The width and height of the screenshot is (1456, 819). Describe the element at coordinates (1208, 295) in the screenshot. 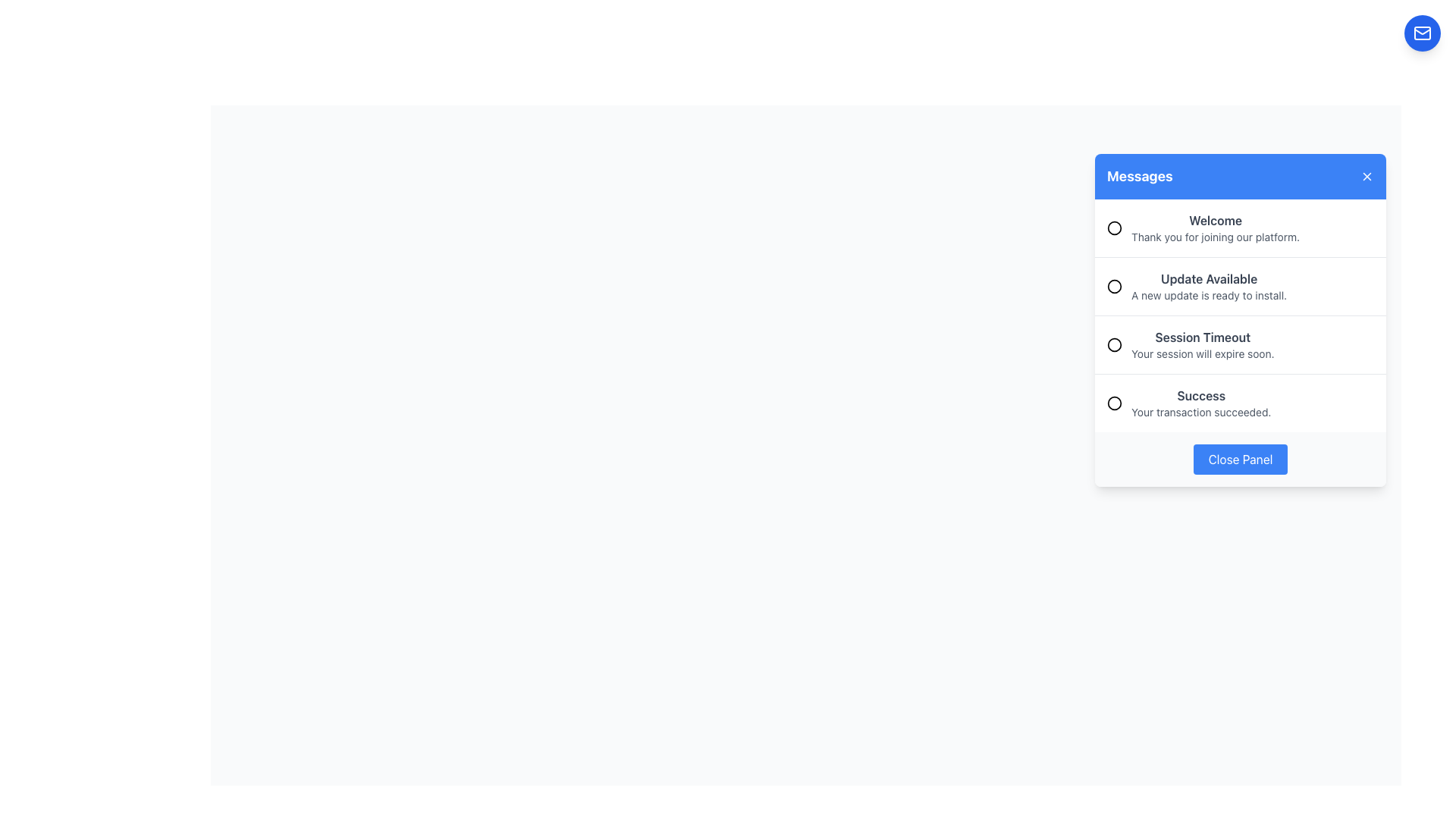

I see `message displayed in the text element located directly below the 'Update Available' heading in the message panel` at that location.